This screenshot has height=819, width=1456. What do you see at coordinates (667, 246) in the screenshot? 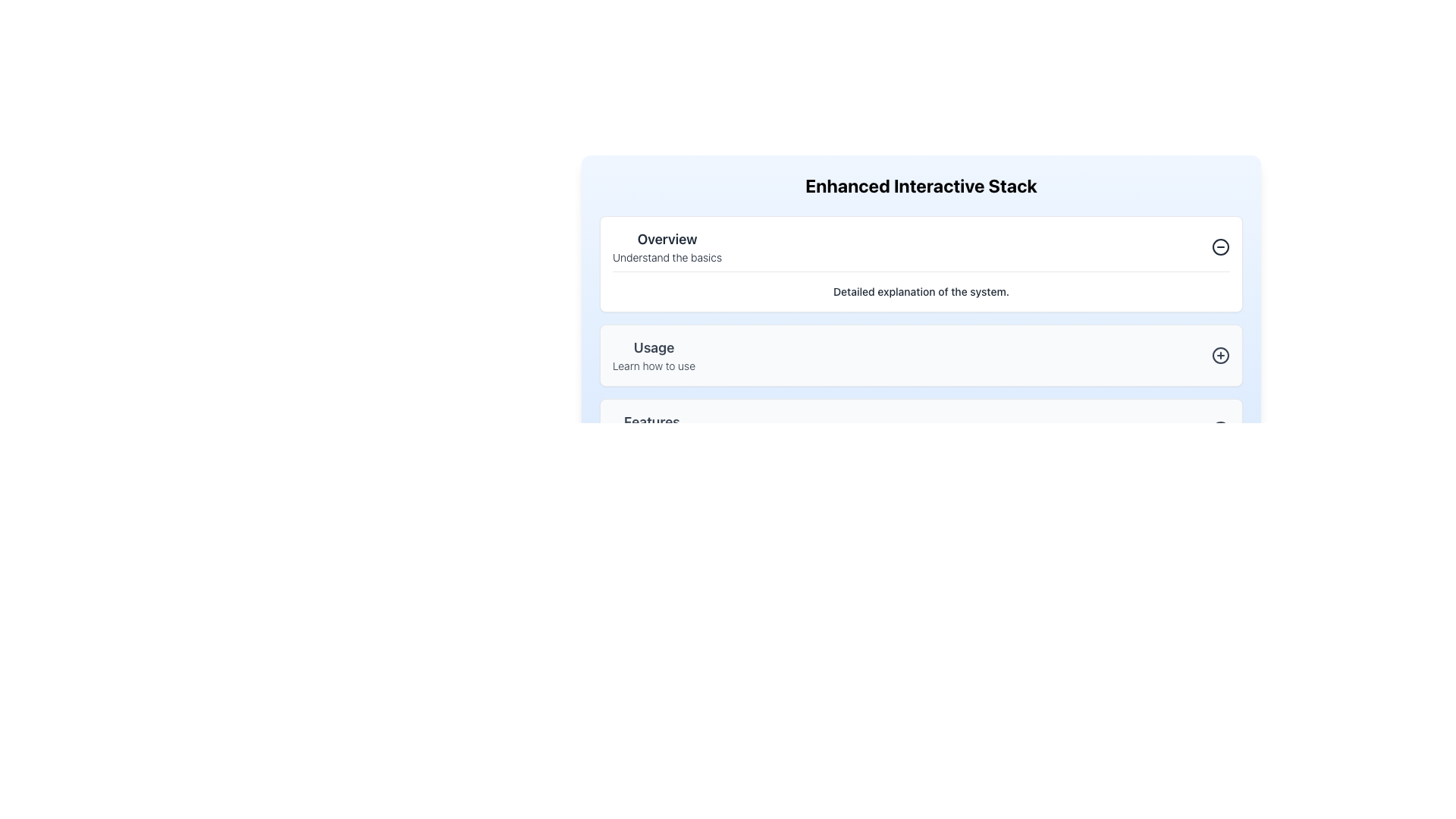
I see `on the text component that displays 'Overview' and 'Understand the basics'` at bounding box center [667, 246].